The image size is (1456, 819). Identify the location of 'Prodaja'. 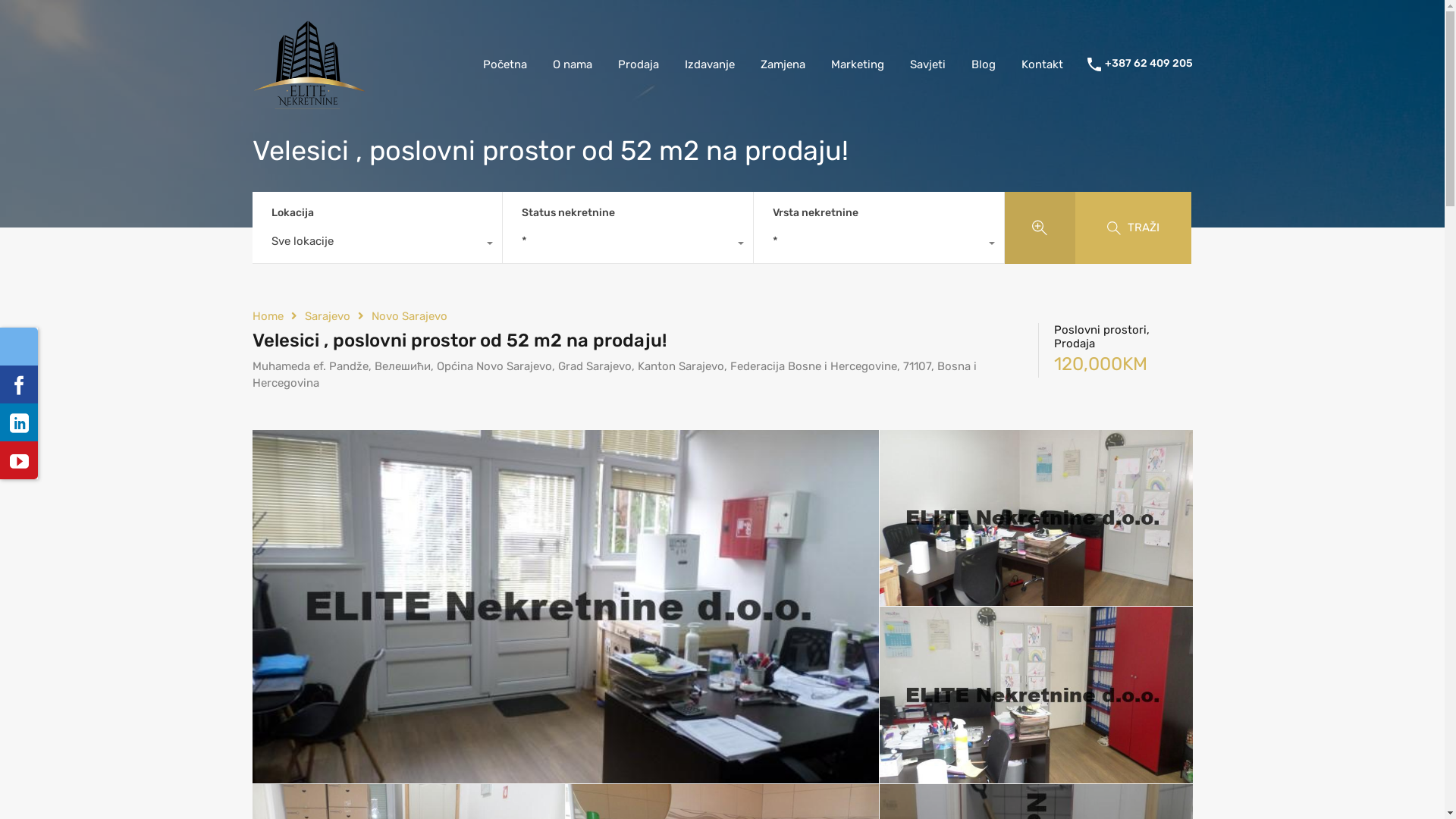
(638, 63).